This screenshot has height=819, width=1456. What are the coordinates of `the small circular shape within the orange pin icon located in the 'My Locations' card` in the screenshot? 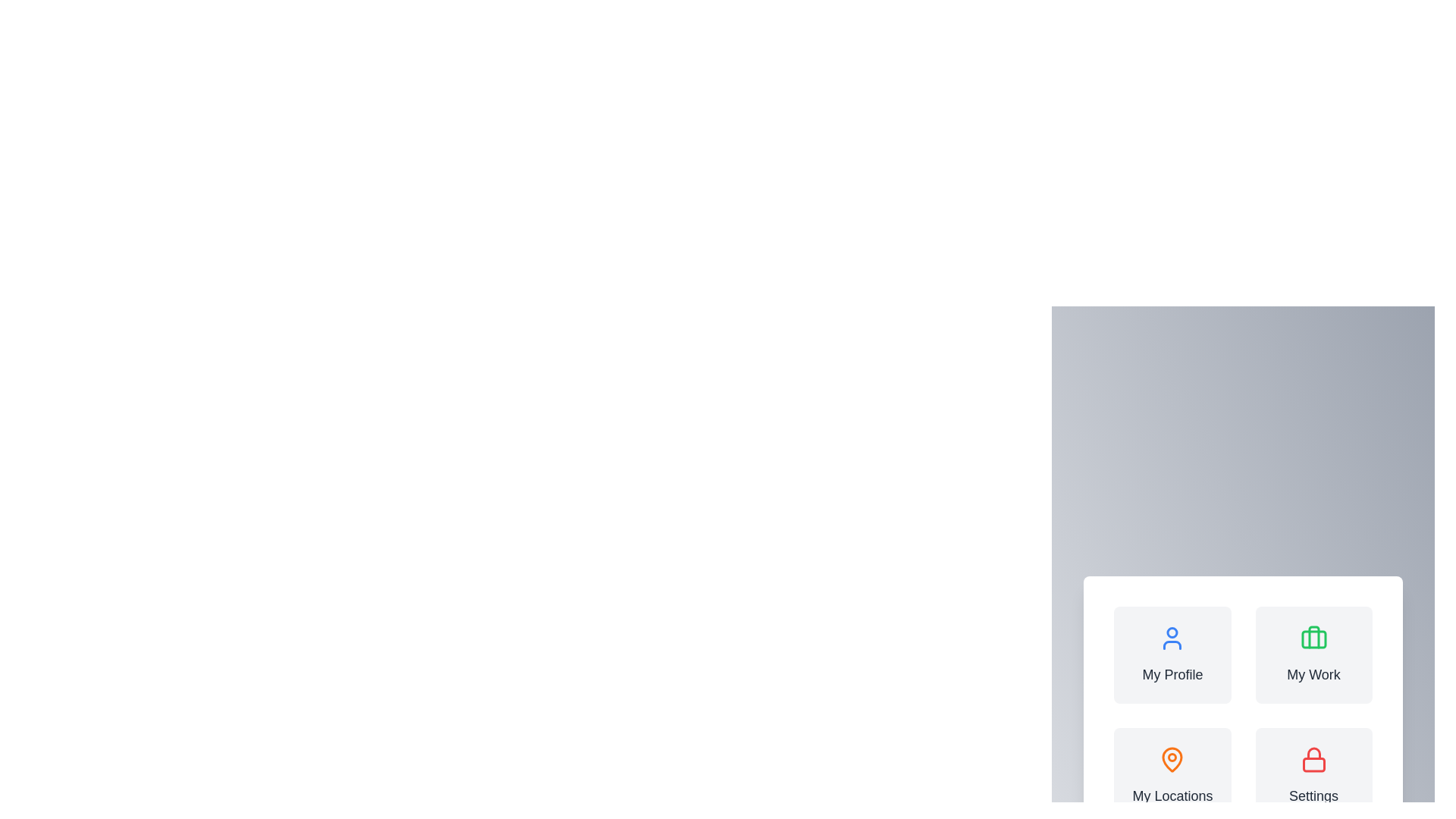 It's located at (1172, 758).